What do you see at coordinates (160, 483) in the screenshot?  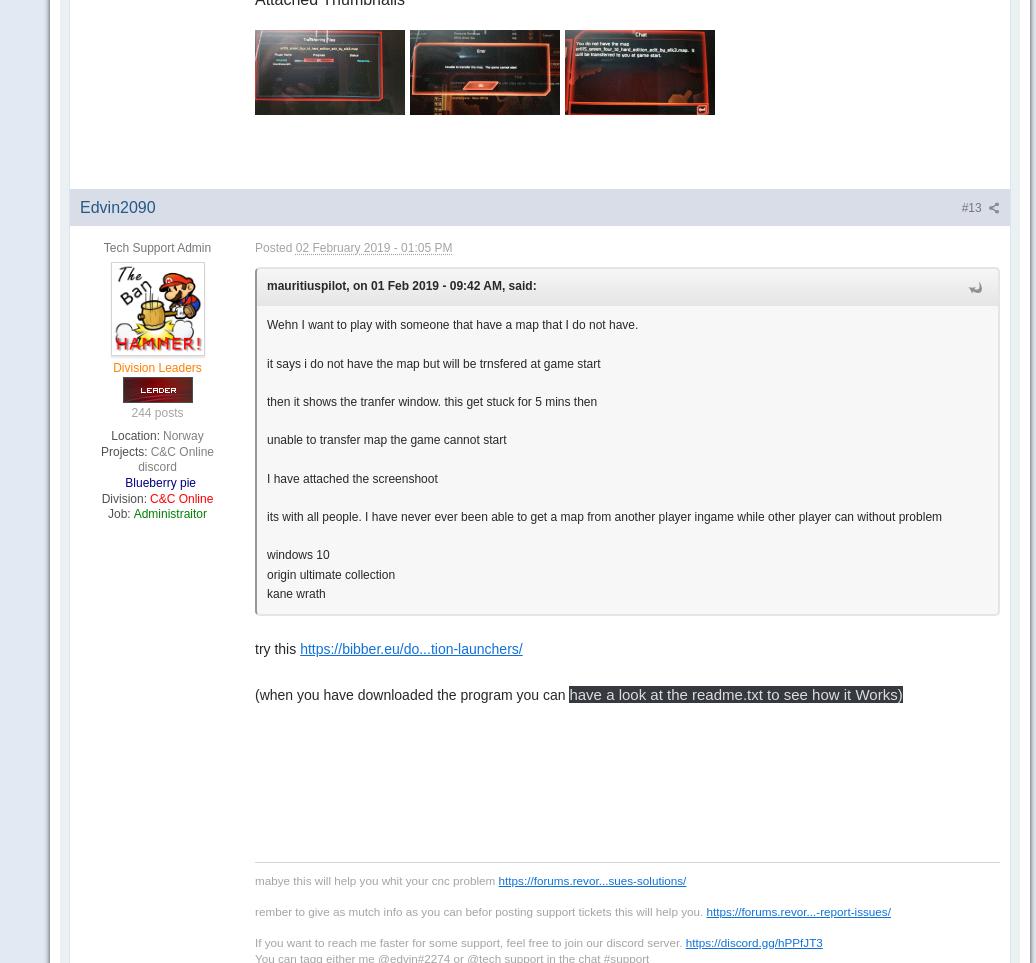 I see `'Blueberry pie'` at bounding box center [160, 483].